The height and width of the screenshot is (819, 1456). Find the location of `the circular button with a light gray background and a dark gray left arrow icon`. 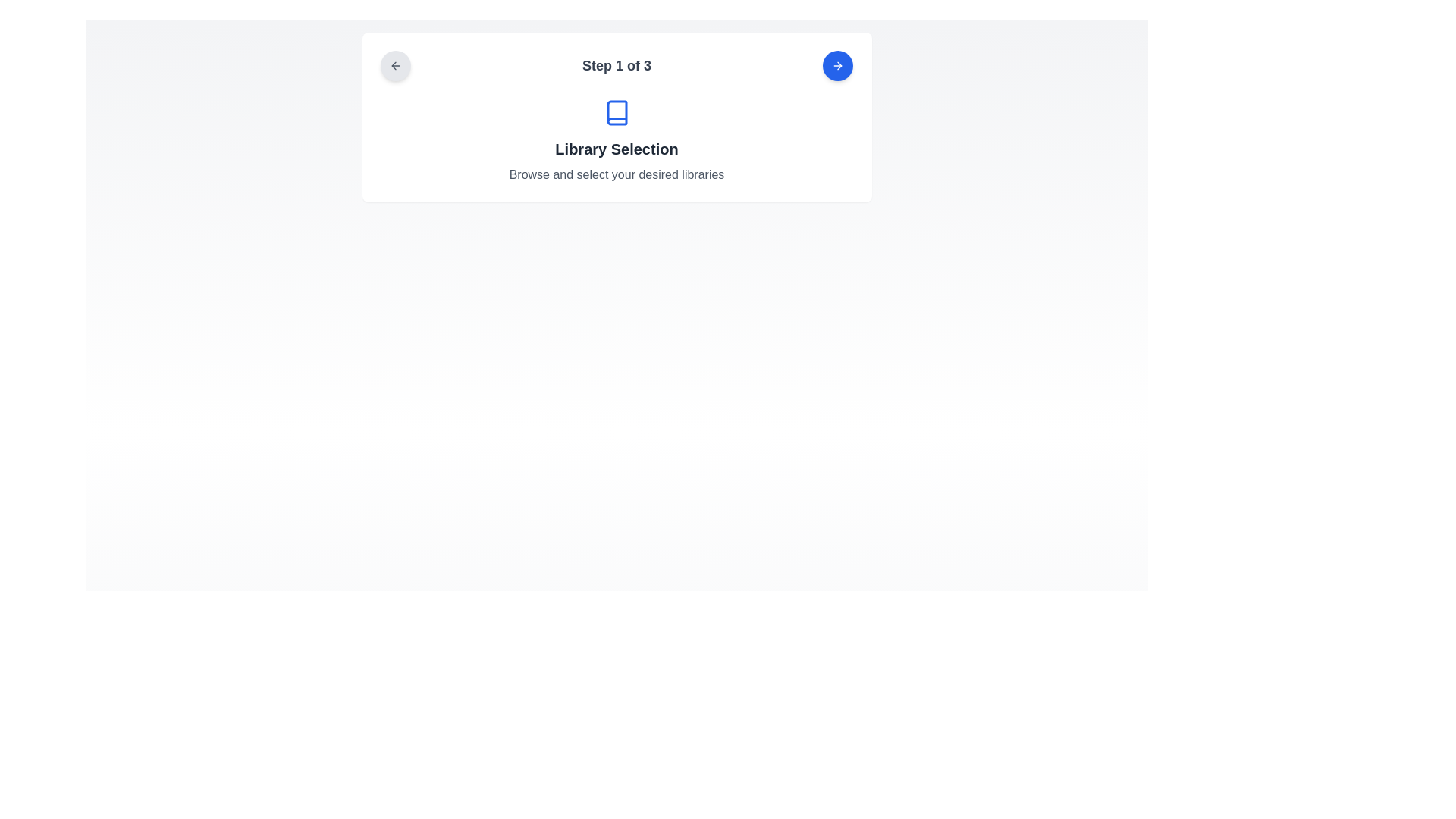

the circular button with a light gray background and a dark gray left arrow icon is located at coordinates (395, 65).